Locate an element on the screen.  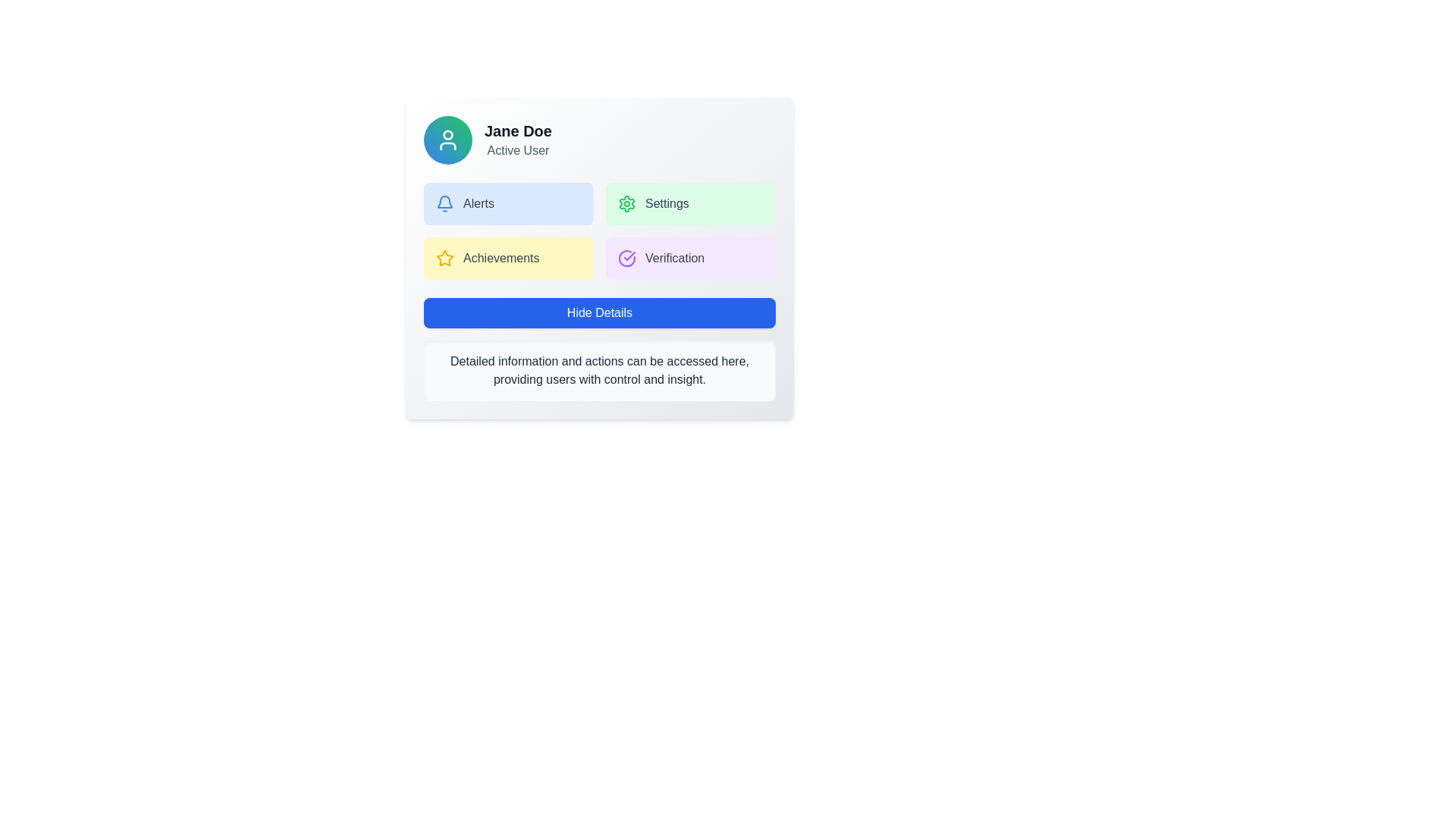
text label that displays 'Settings' styled in gray font on a light green background, located in the upper-right corner of the interface, next to a gear icon is located at coordinates (667, 203).